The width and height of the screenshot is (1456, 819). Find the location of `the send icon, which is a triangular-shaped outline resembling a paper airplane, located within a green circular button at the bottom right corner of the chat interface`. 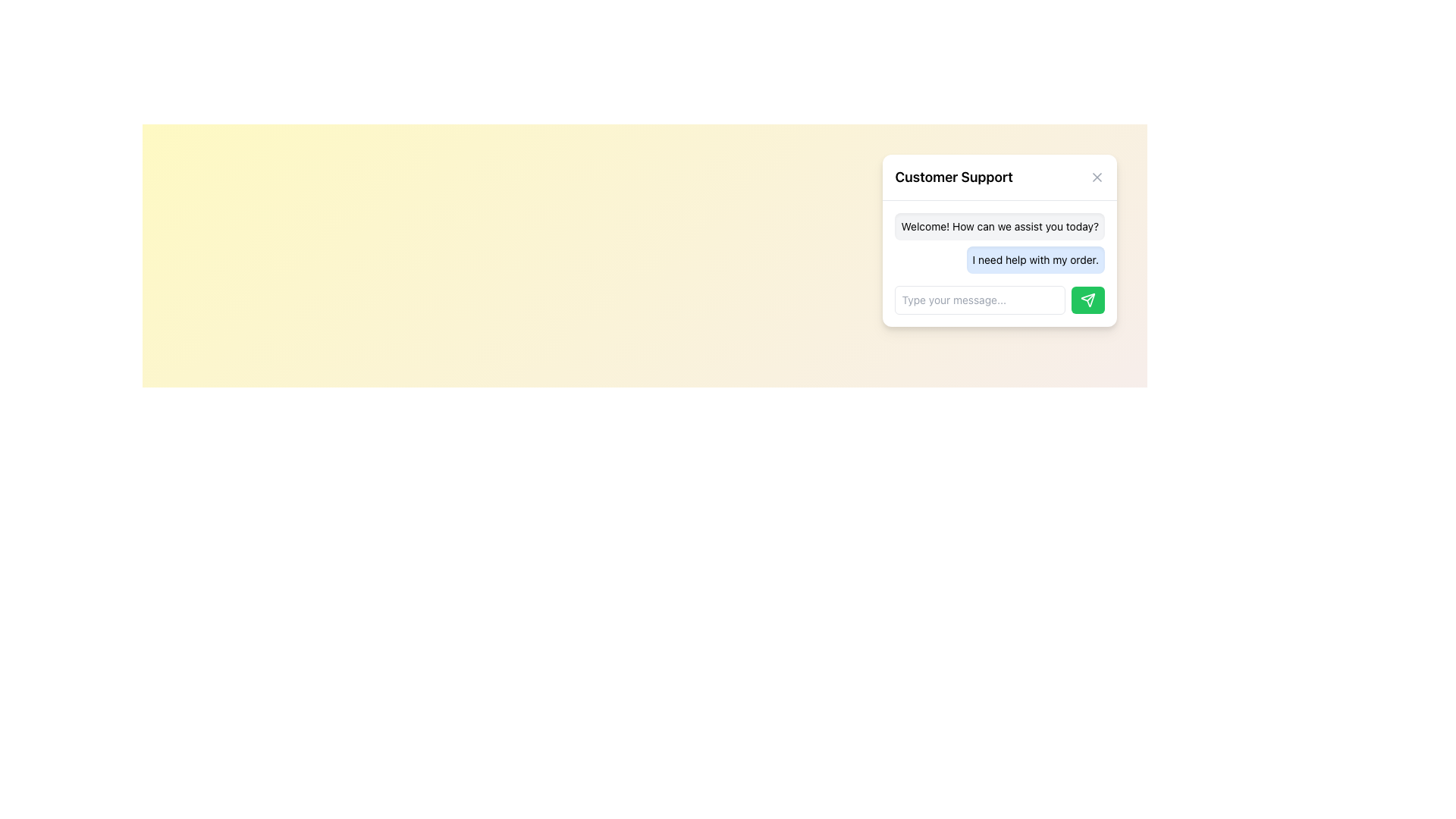

the send icon, which is a triangular-shaped outline resembling a paper airplane, located within a green circular button at the bottom right corner of the chat interface is located at coordinates (1087, 300).